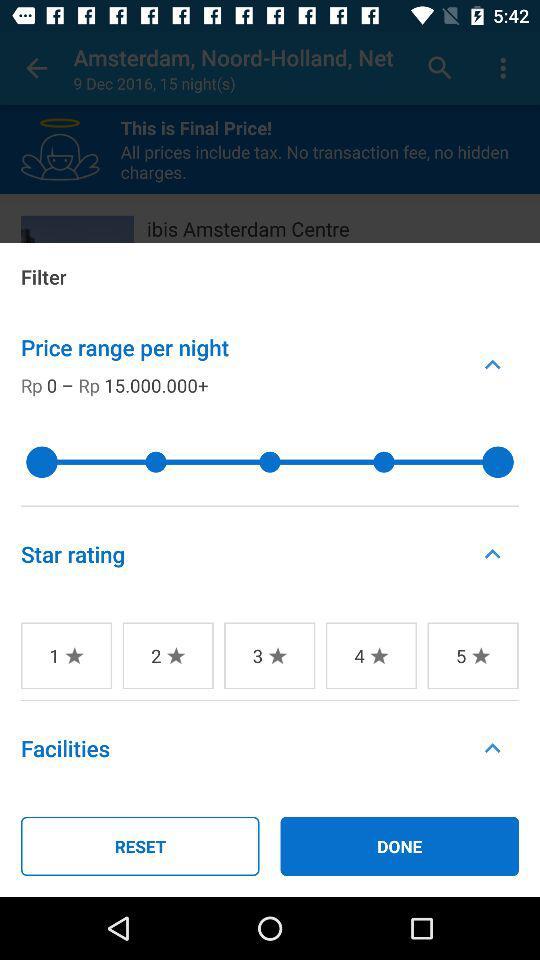 The width and height of the screenshot is (540, 960). Describe the element at coordinates (399, 845) in the screenshot. I see `done item` at that location.